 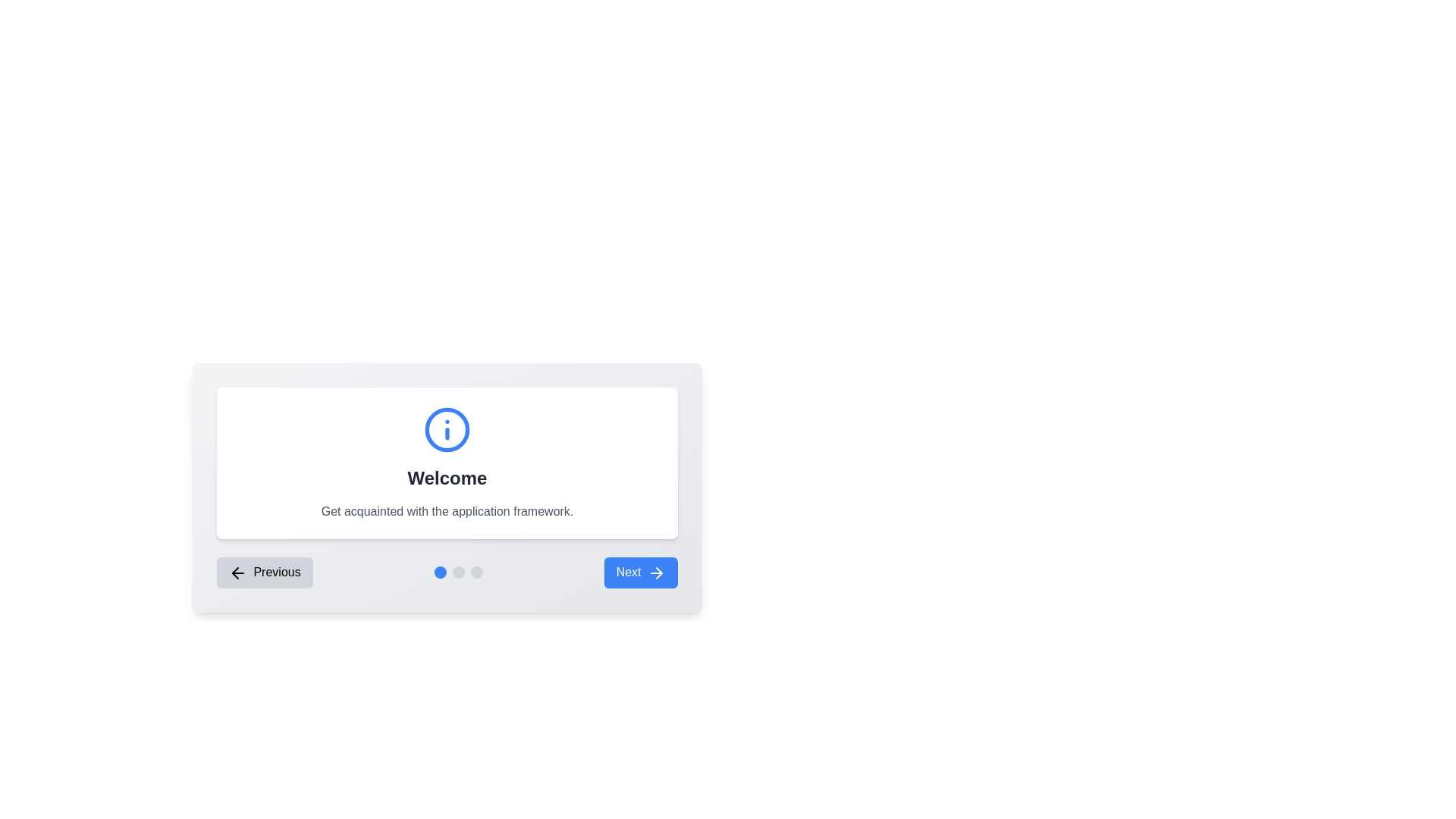 What do you see at coordinates (475, 573) in the screenshot?
I see `the rightmost circular indicator in the step progress tracker, which is the third among three similar indicators, located below a rectangular card` at bounding box center [475, 573].